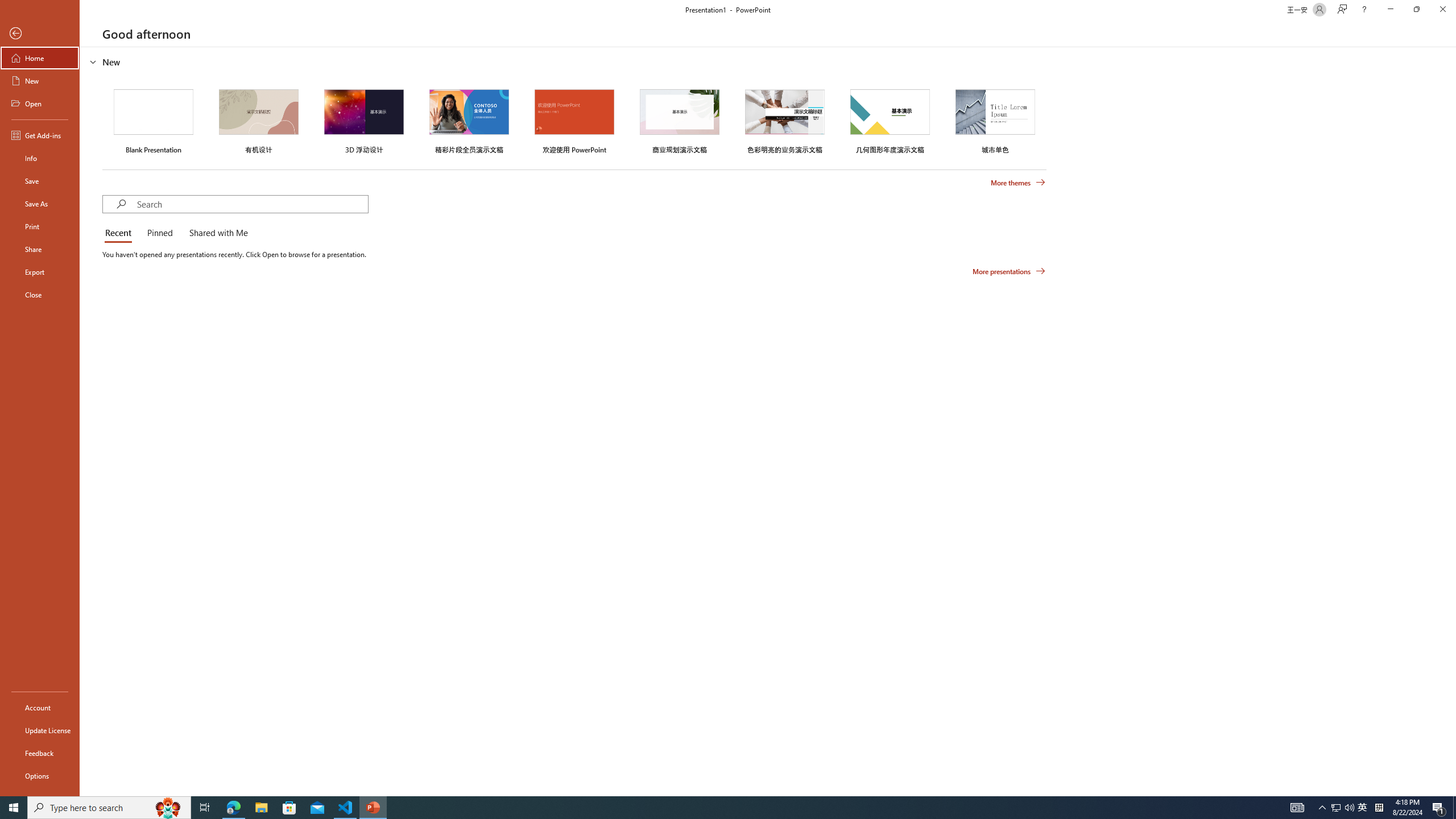 Image resolution: width=1456 pixels, height=819 pixels. I want to click on 'Recent', so click(120, 233).